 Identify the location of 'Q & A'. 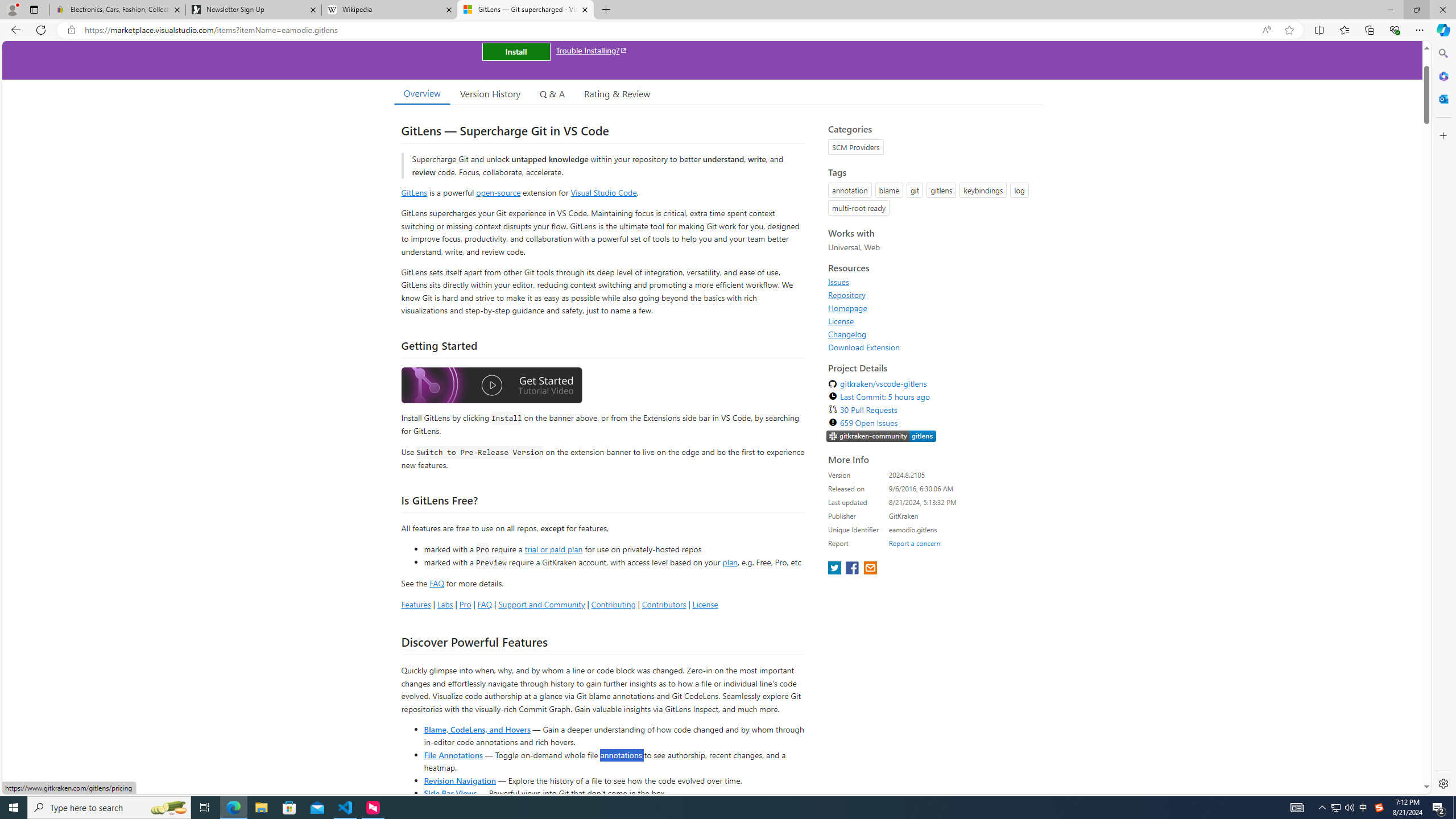
(552, 93).